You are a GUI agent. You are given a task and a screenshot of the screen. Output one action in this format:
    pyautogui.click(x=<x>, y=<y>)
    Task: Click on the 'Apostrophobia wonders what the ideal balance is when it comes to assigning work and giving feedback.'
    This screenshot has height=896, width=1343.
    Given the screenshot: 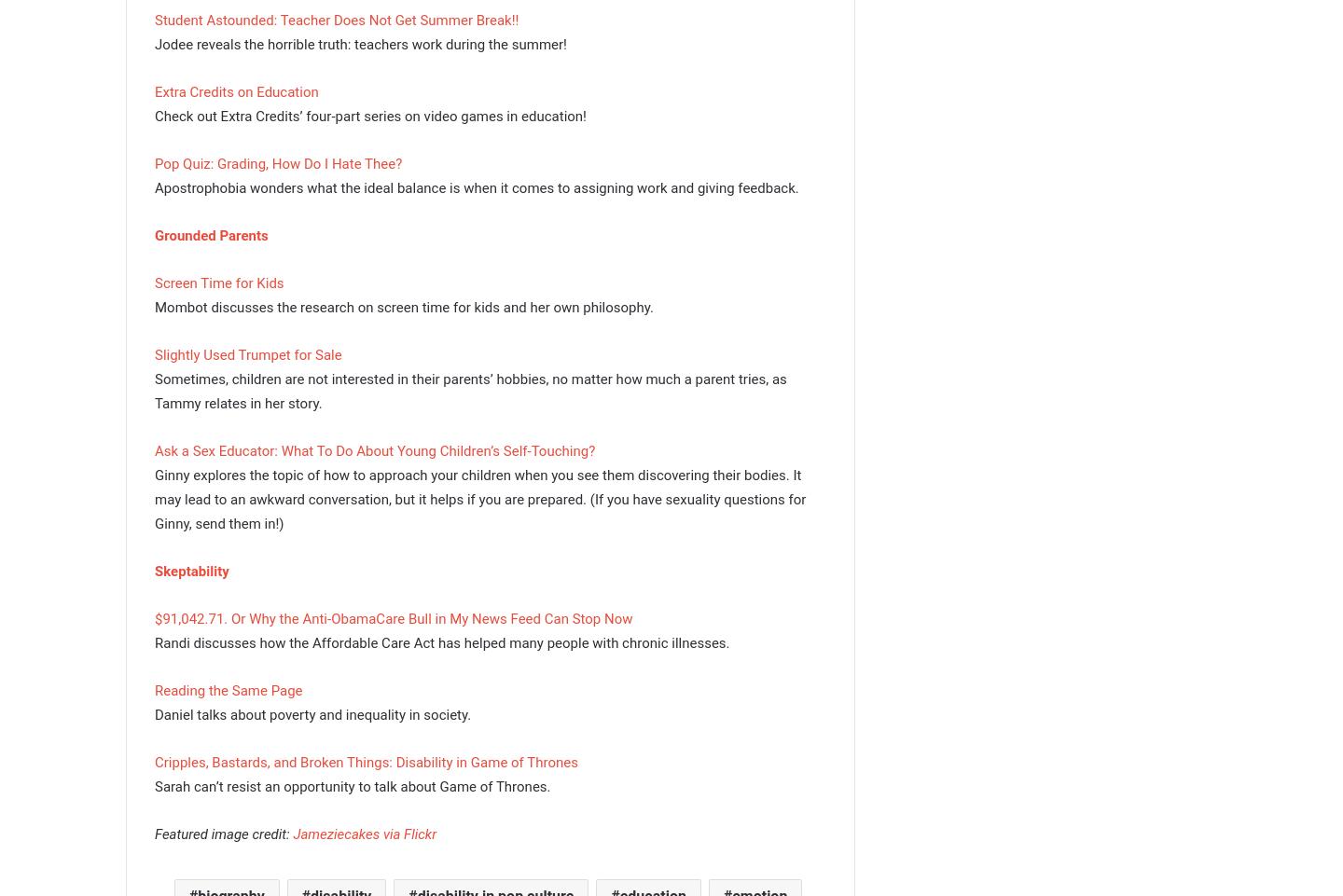 What is the action you would take?
    pyautogui.click(x=476, y=187)
    